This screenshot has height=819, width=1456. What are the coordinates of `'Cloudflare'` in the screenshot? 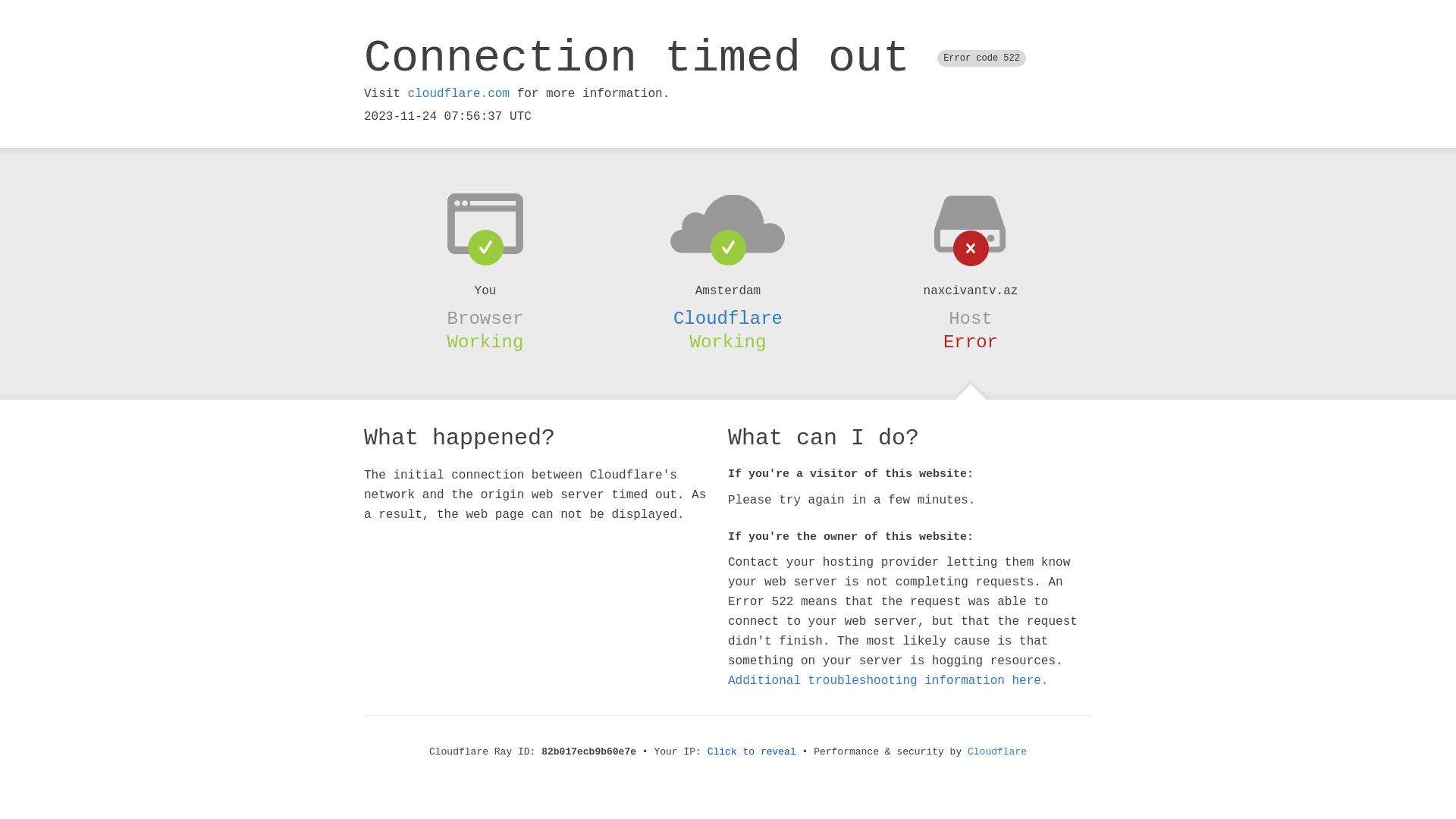 It's located at (728, 318).